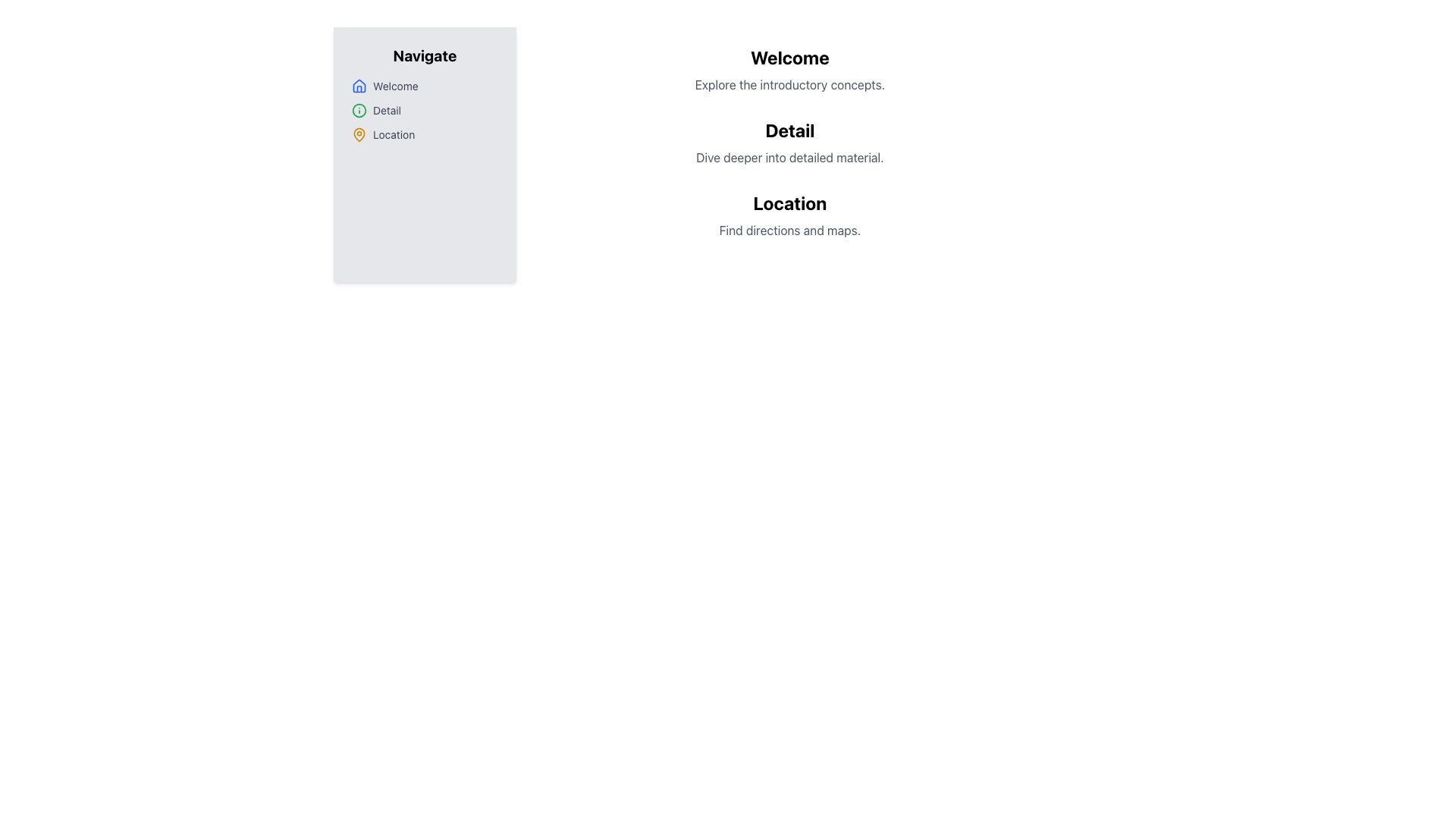 Image resolution: width=1456 pixels, height=819 pixels. I want to click on text from the Text Label element that contains 'Find directions and maps.', which is styled with a gray font color and positioned directly below the bold heading 'Location.', so click(789, 231).